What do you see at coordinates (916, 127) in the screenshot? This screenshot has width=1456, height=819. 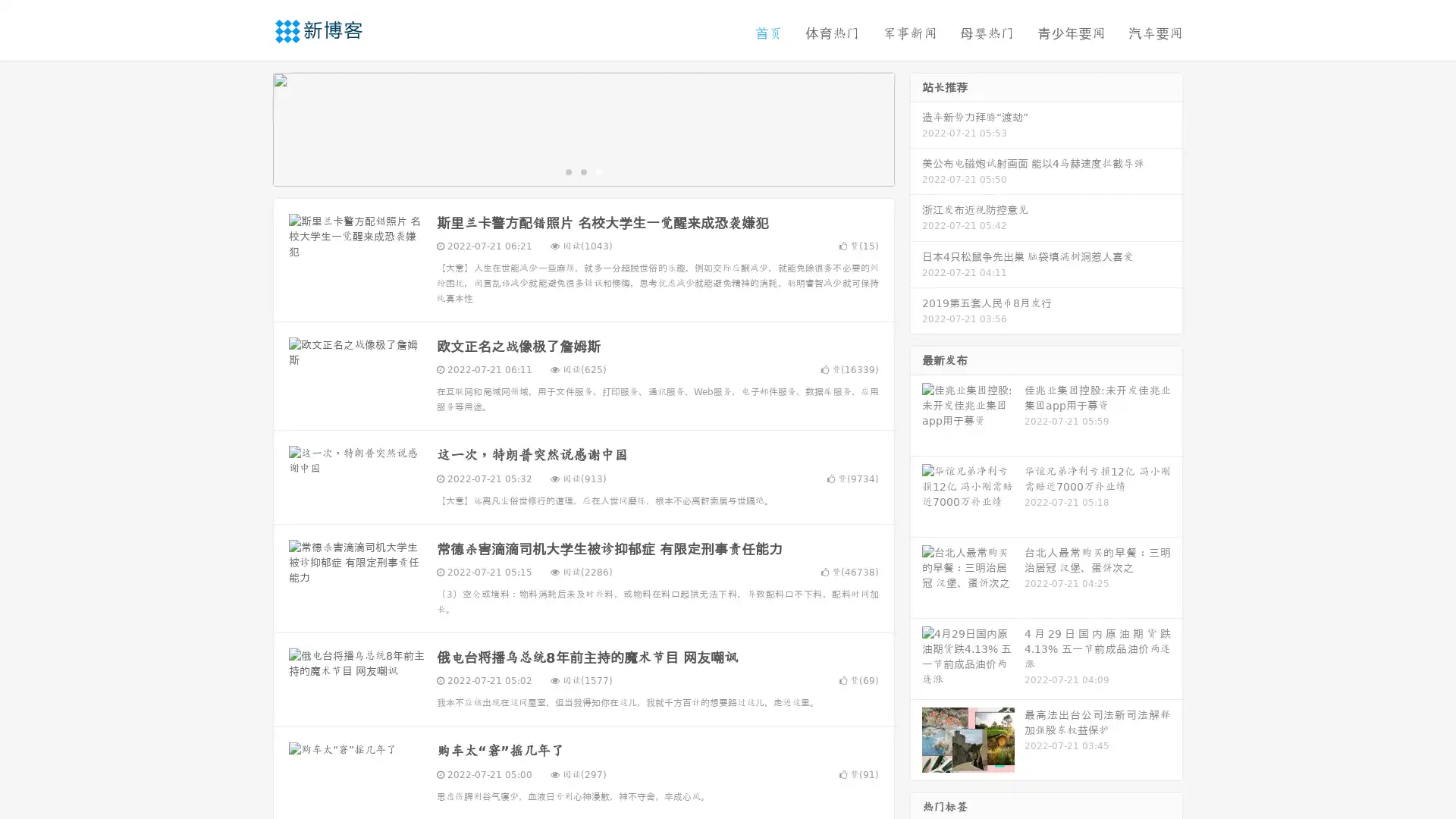 I see `Next slide` at bounding box center [916, 127].